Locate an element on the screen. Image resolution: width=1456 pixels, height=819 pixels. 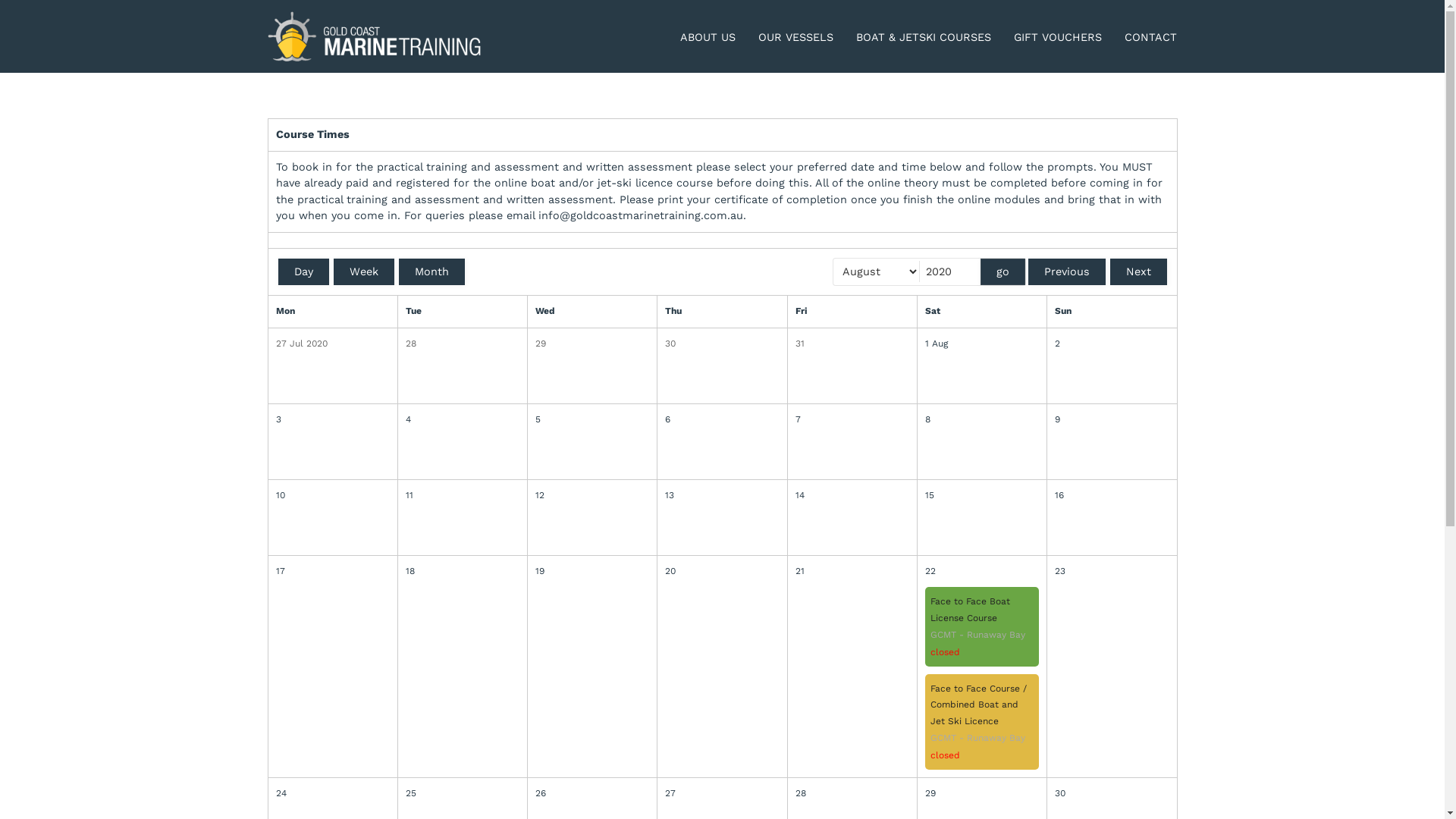
'18' is located at coordinates (461, 571).